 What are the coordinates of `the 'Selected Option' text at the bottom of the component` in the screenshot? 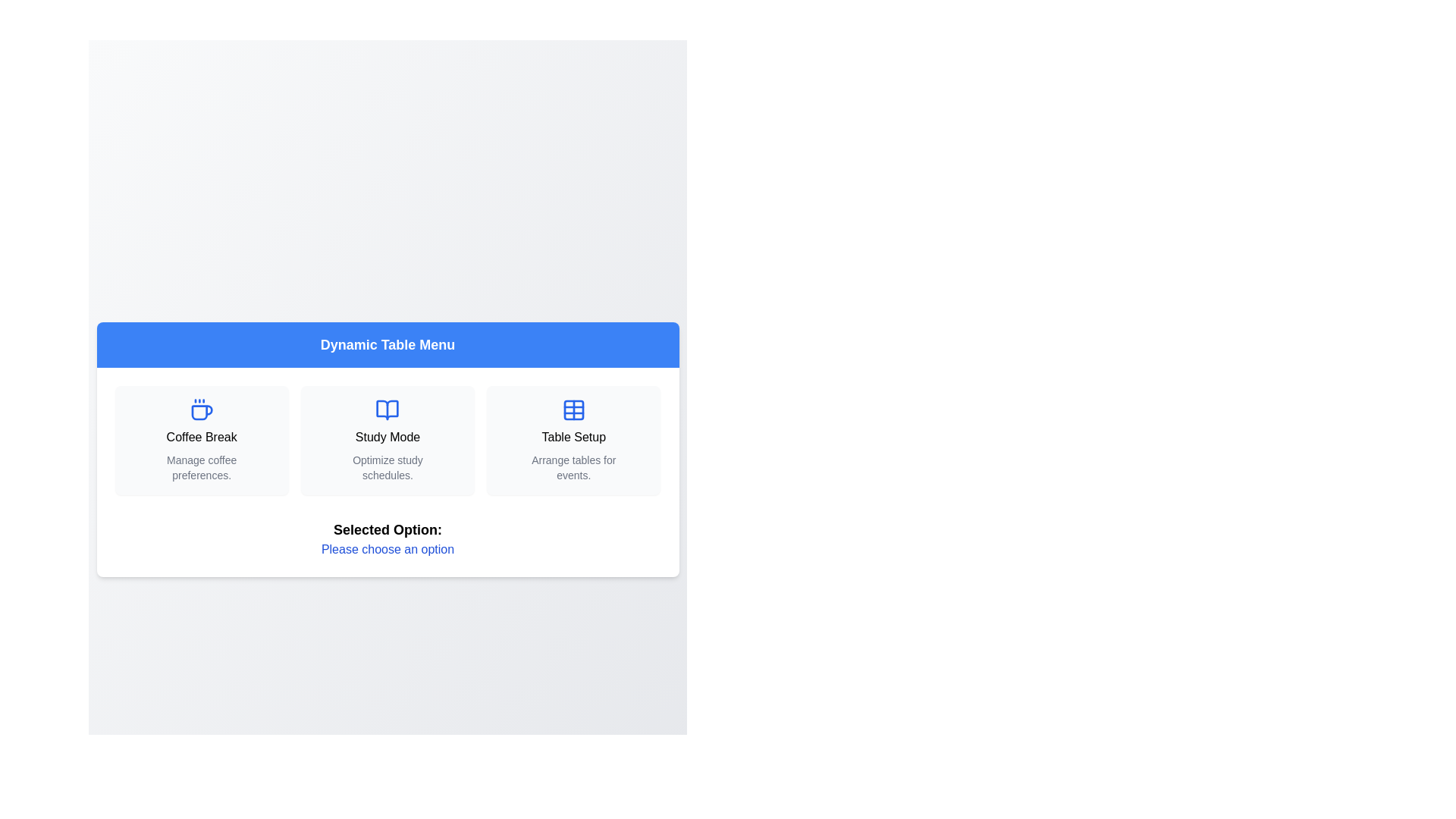 It's located at (388, 538).